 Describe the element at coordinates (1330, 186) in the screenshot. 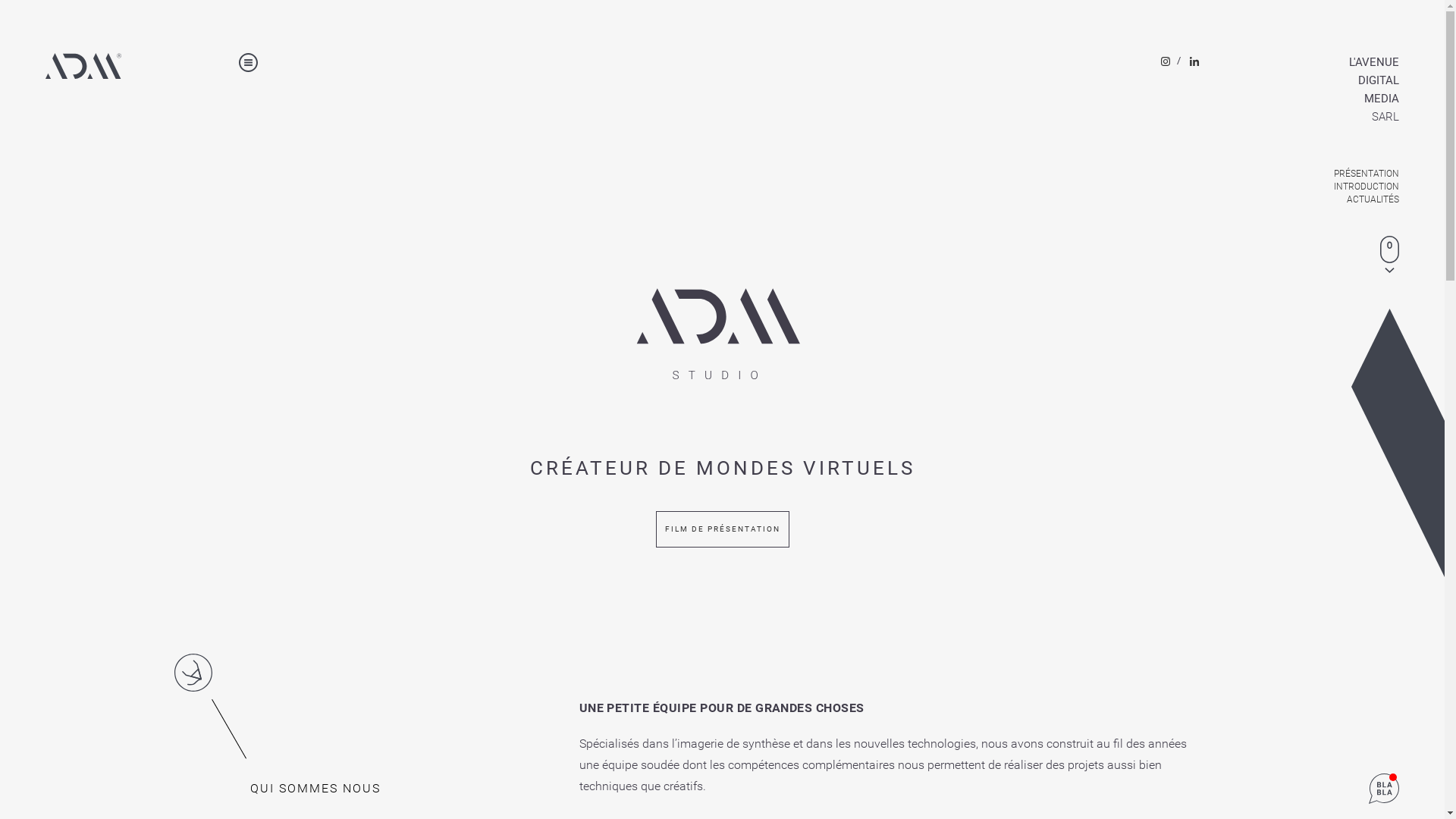

I see `'INTRODUCTION'` at that location.